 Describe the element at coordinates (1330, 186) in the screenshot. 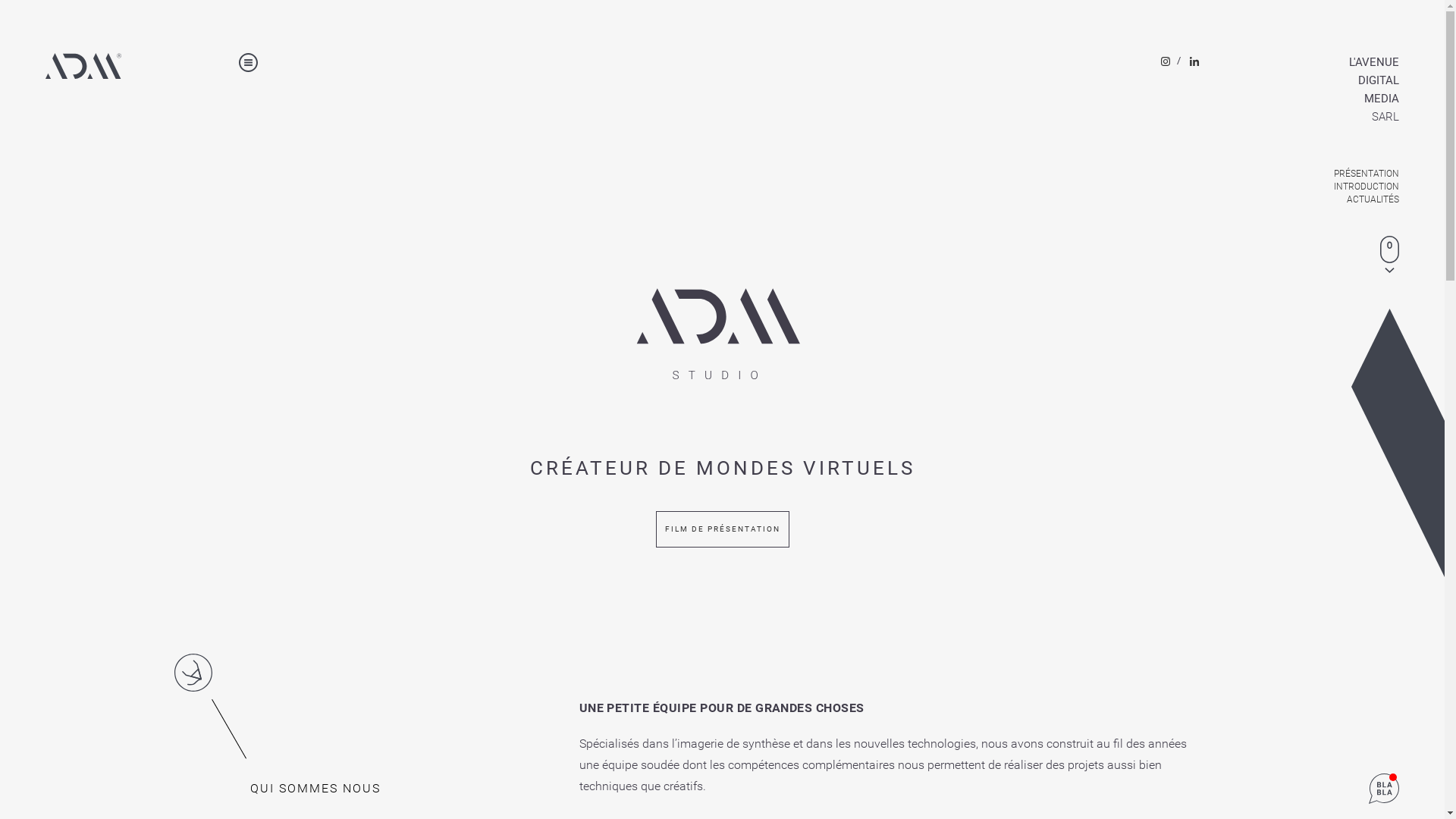

I see `'INTRODUCTION'` at that location.